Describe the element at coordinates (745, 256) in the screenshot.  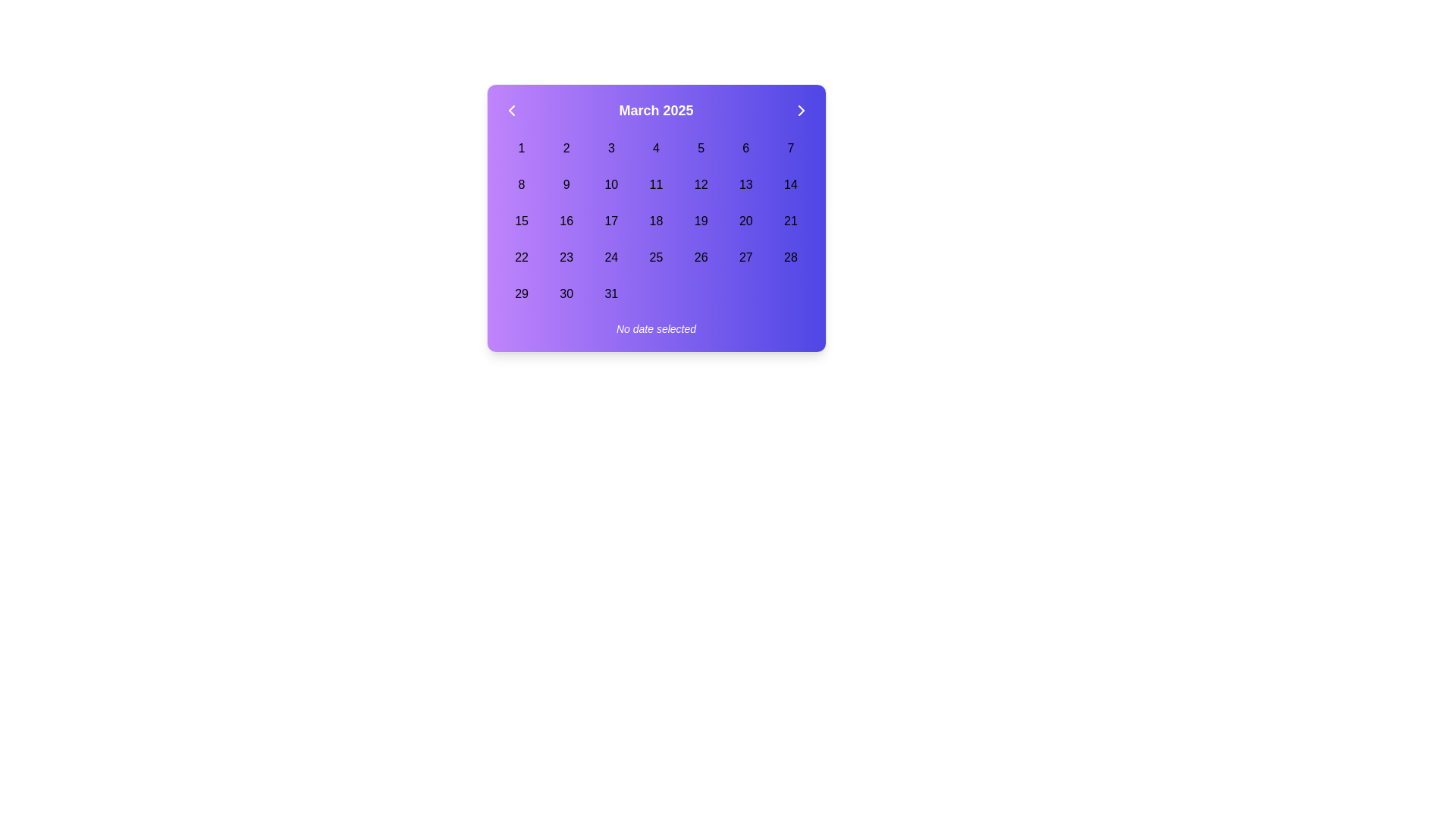
I see `the circular button with the number '27' centered within it` at that location.